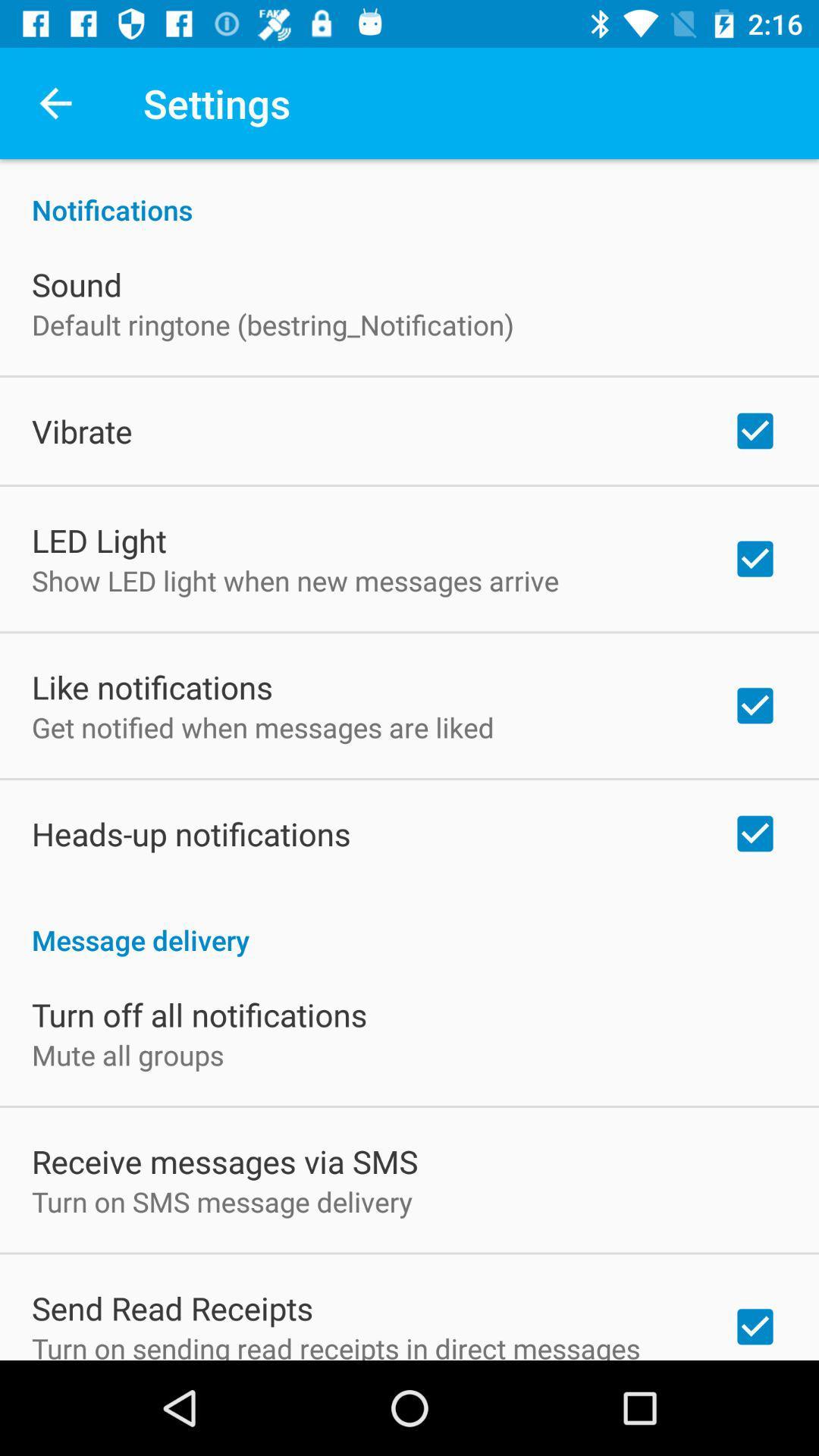 The height and width of the screenshot is (1456, 819). I want to click on the get notified when, so click(262, 726).